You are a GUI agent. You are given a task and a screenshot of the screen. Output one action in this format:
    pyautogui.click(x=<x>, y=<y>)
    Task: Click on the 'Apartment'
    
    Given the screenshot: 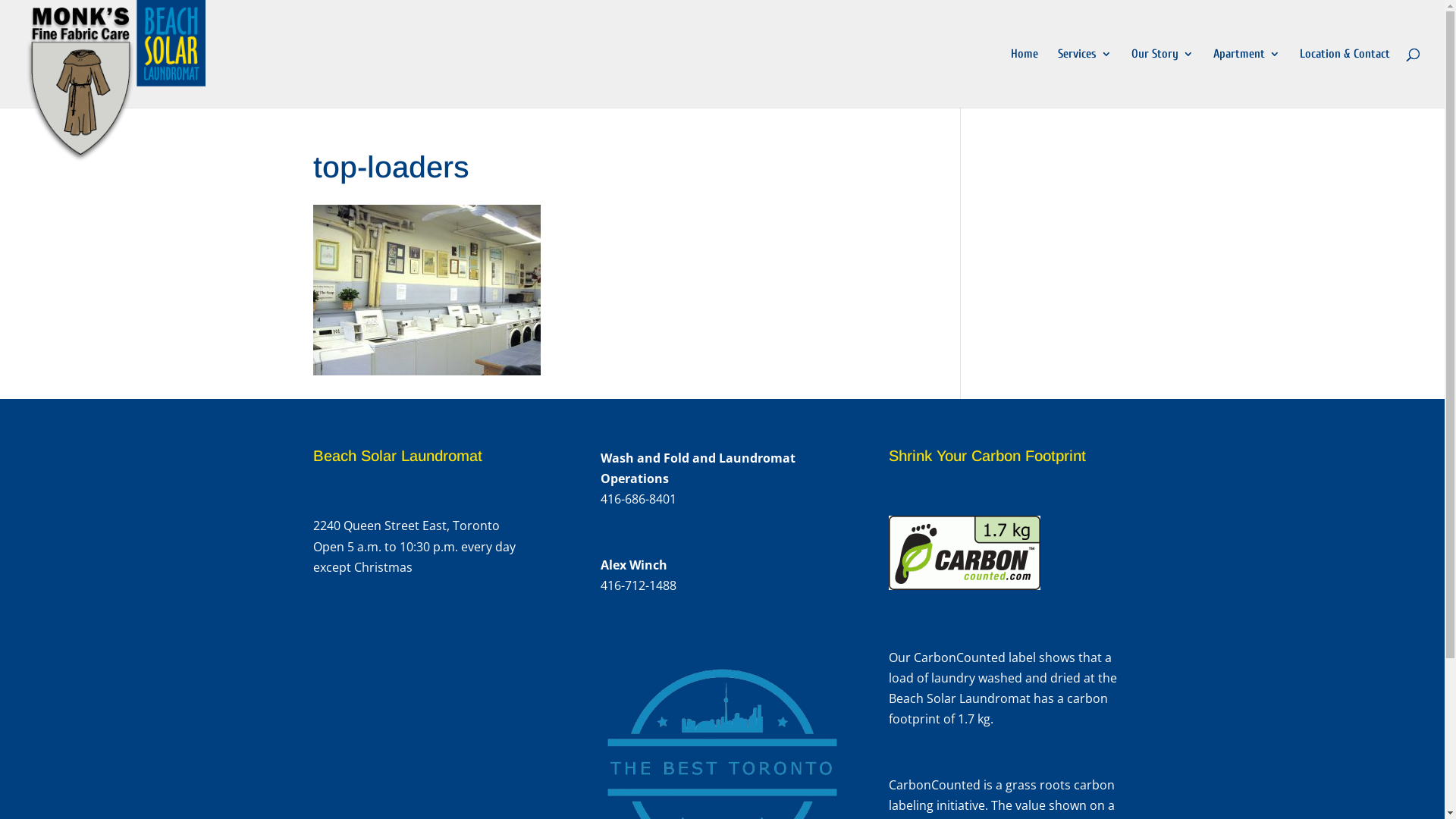 What is the action you would take?
    pyautogui.click(x=1246, y=78)
    